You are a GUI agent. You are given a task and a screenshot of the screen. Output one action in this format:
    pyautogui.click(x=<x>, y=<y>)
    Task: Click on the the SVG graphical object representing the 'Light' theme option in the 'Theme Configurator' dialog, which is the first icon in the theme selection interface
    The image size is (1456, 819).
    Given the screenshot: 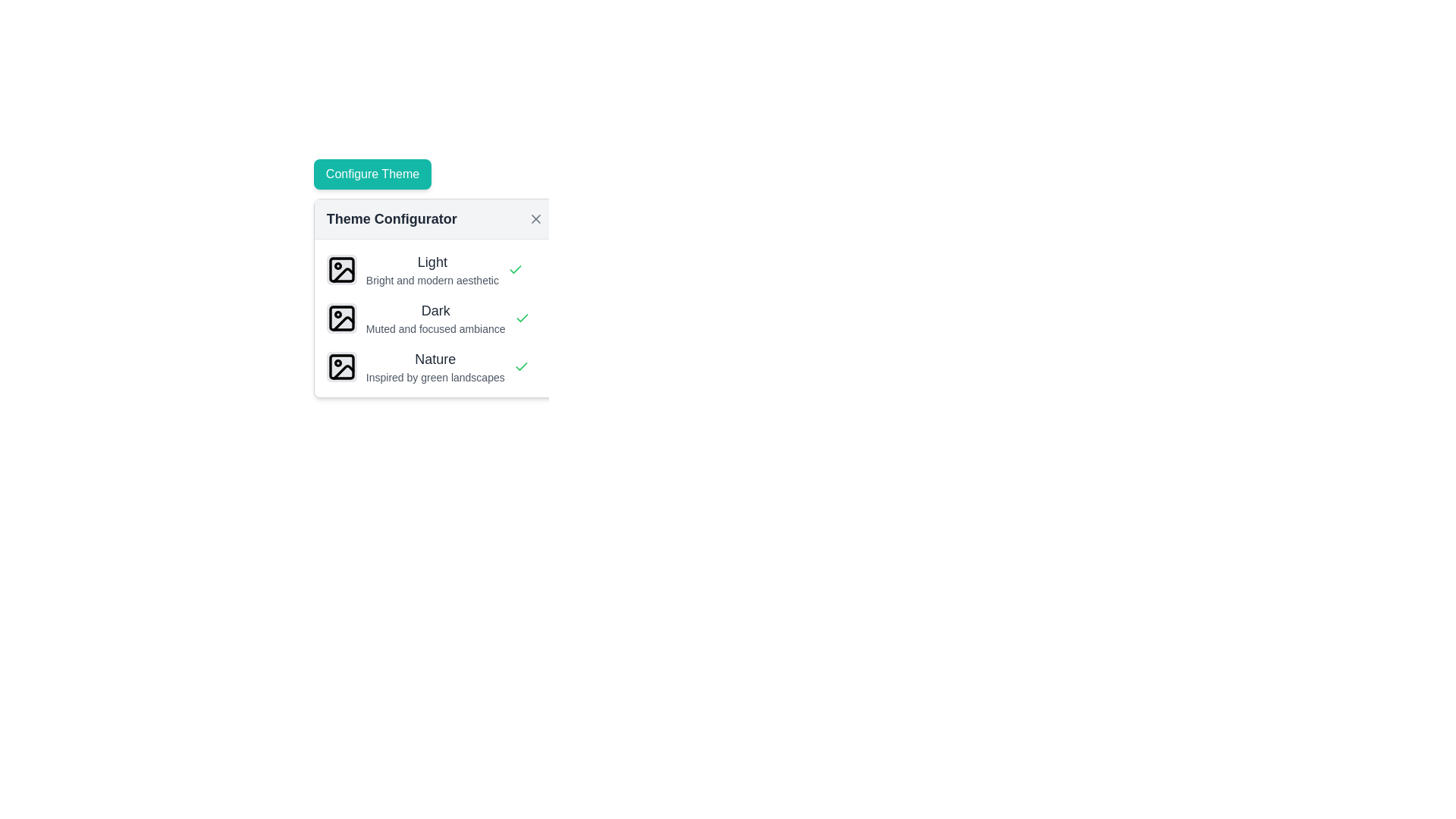 What is the action you would take?
    pyautogui.click(x=340, y=268)
    